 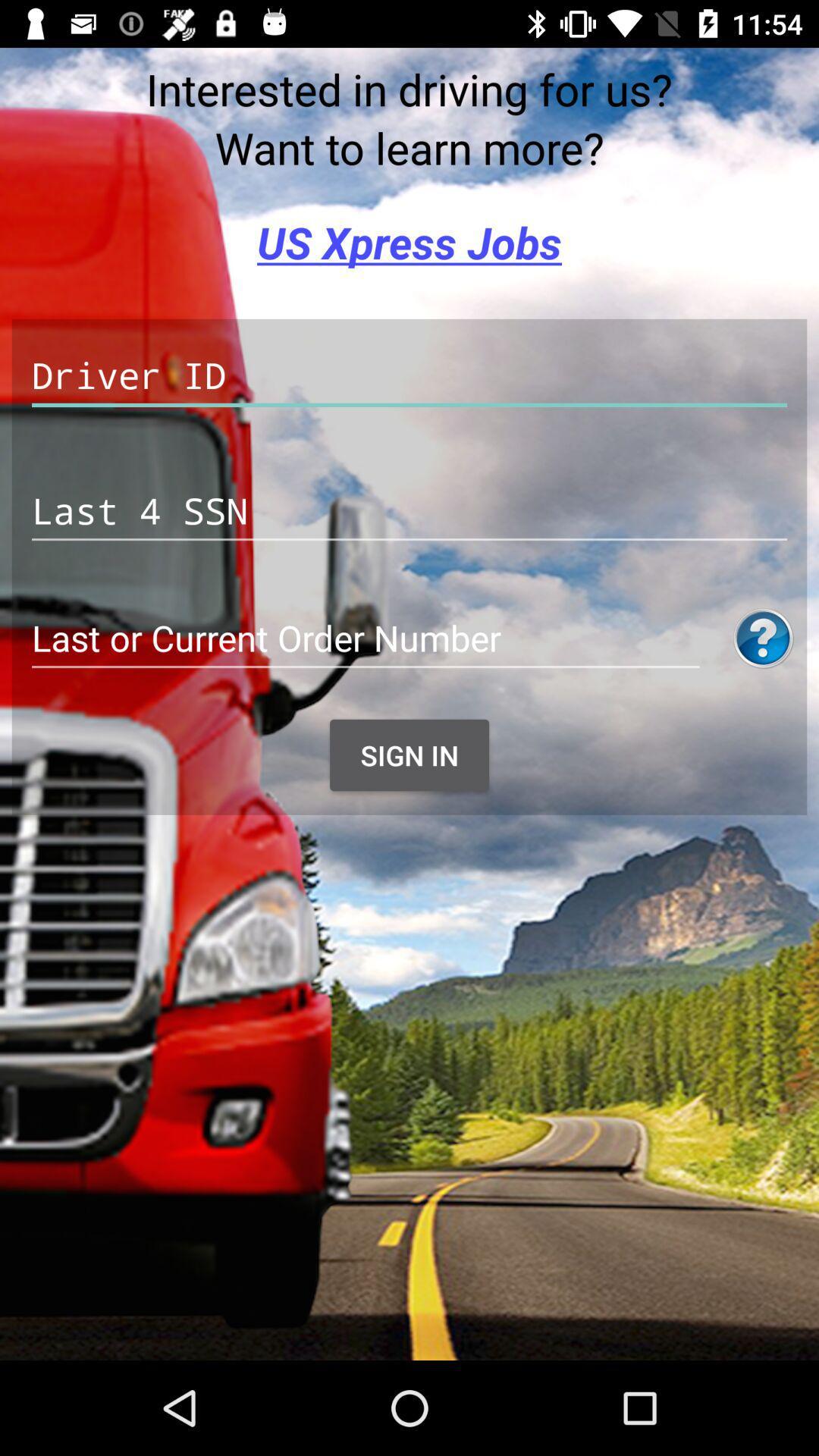 What do you see at coordinates (409, 375) in the screenshot?
I see `driver id` at bounding box center [409, 375].